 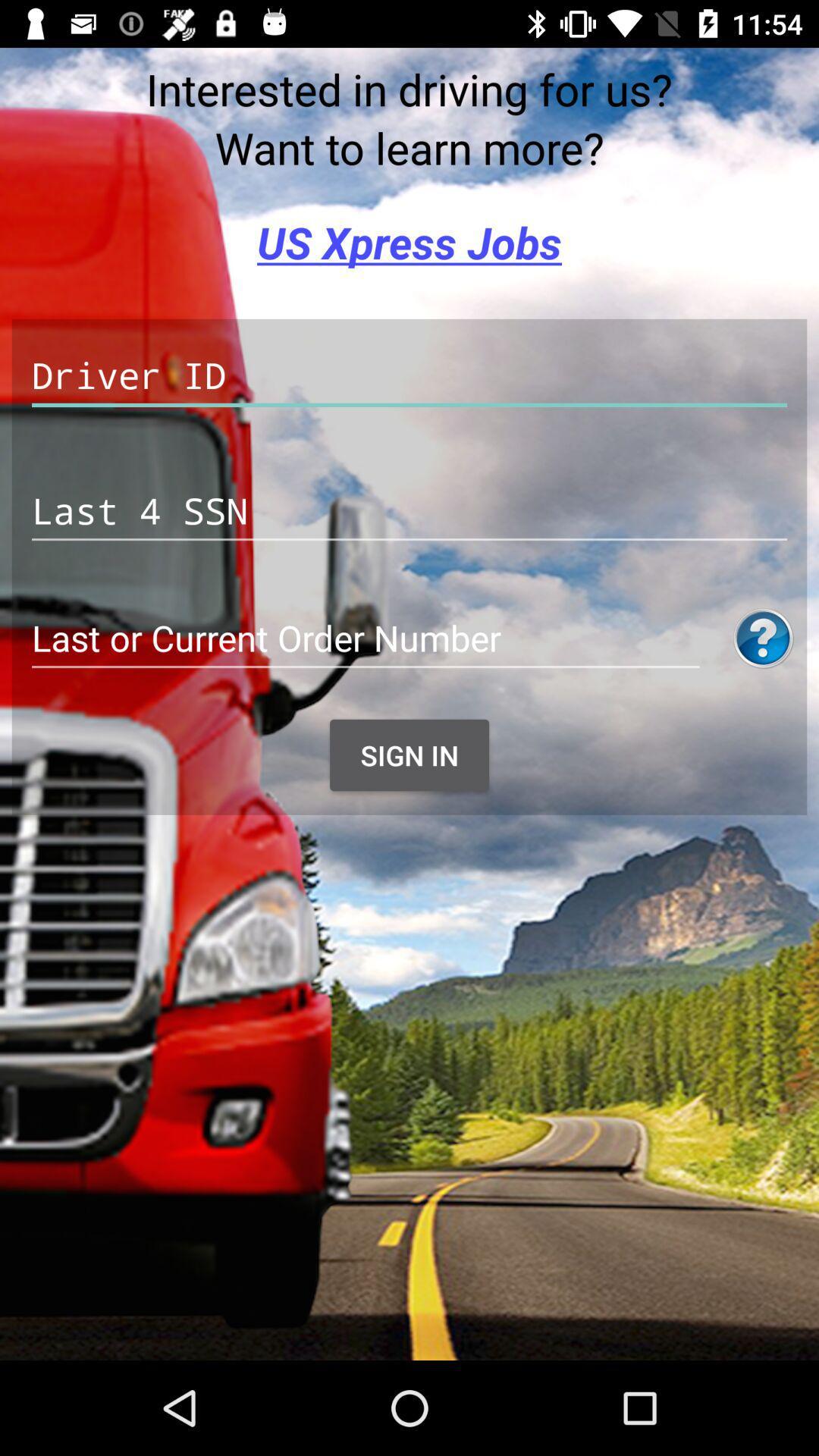 What do you see at coordinates (409, 375) in the screenshot?
I see `driver id` at bounding box center [409, 375].